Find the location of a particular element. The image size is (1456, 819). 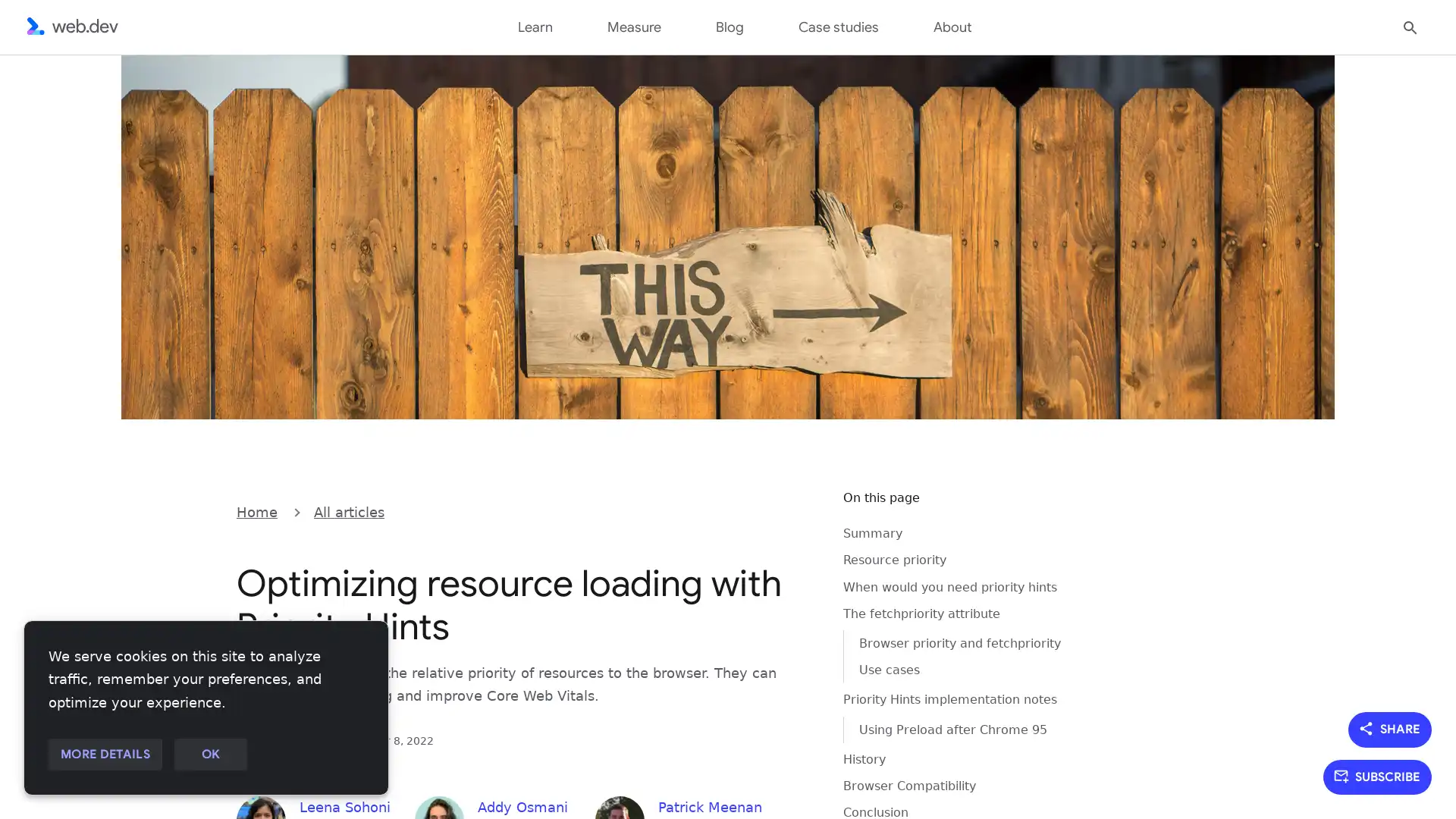

Open search is located at coordinates (1410, 26).